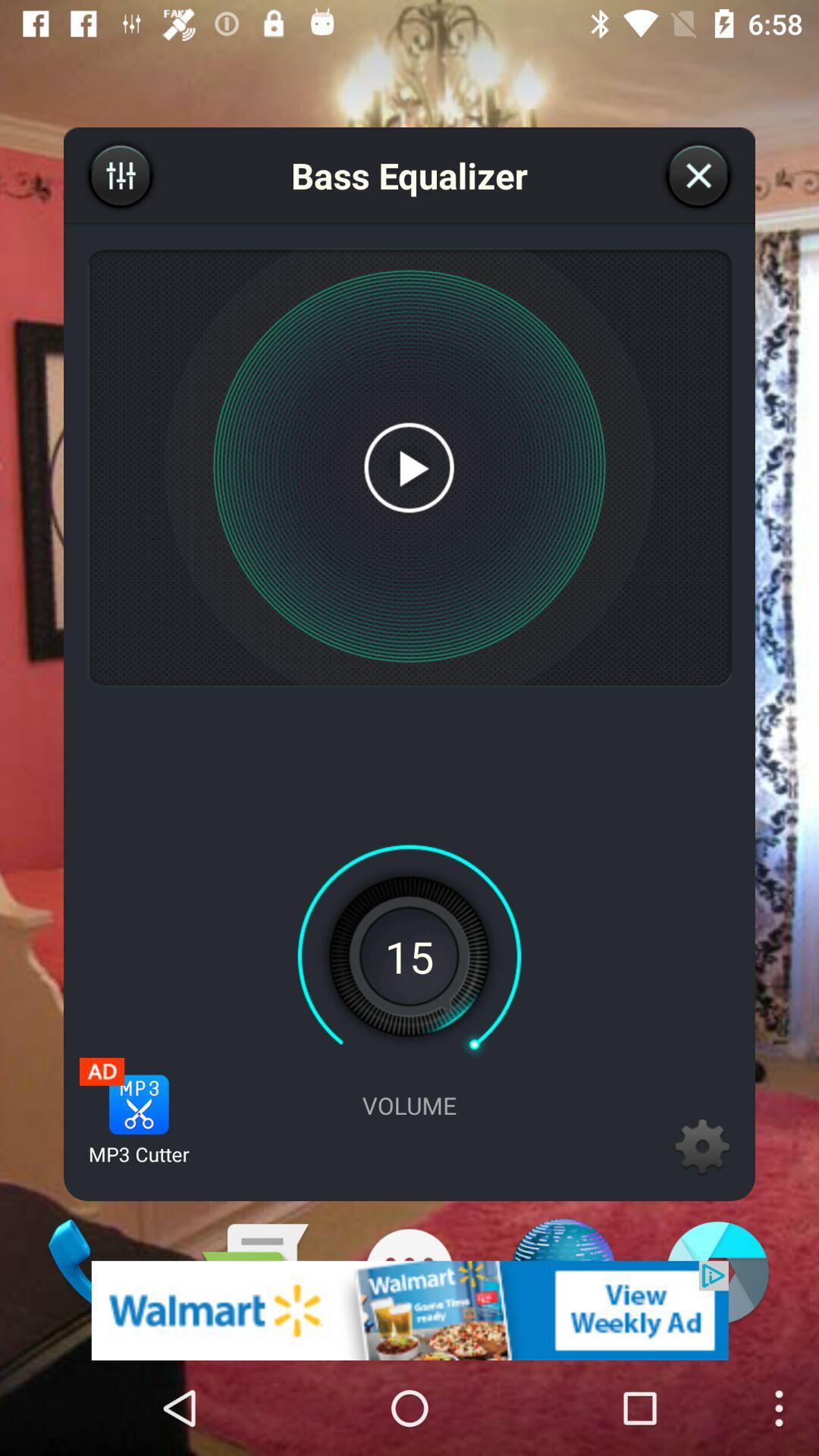 The height and width of the screenshot is (1456, 819). What do you see at coordinates (119, 175) in the screenshot?
I see `the sliders icon` at bounding box center [119, 175].